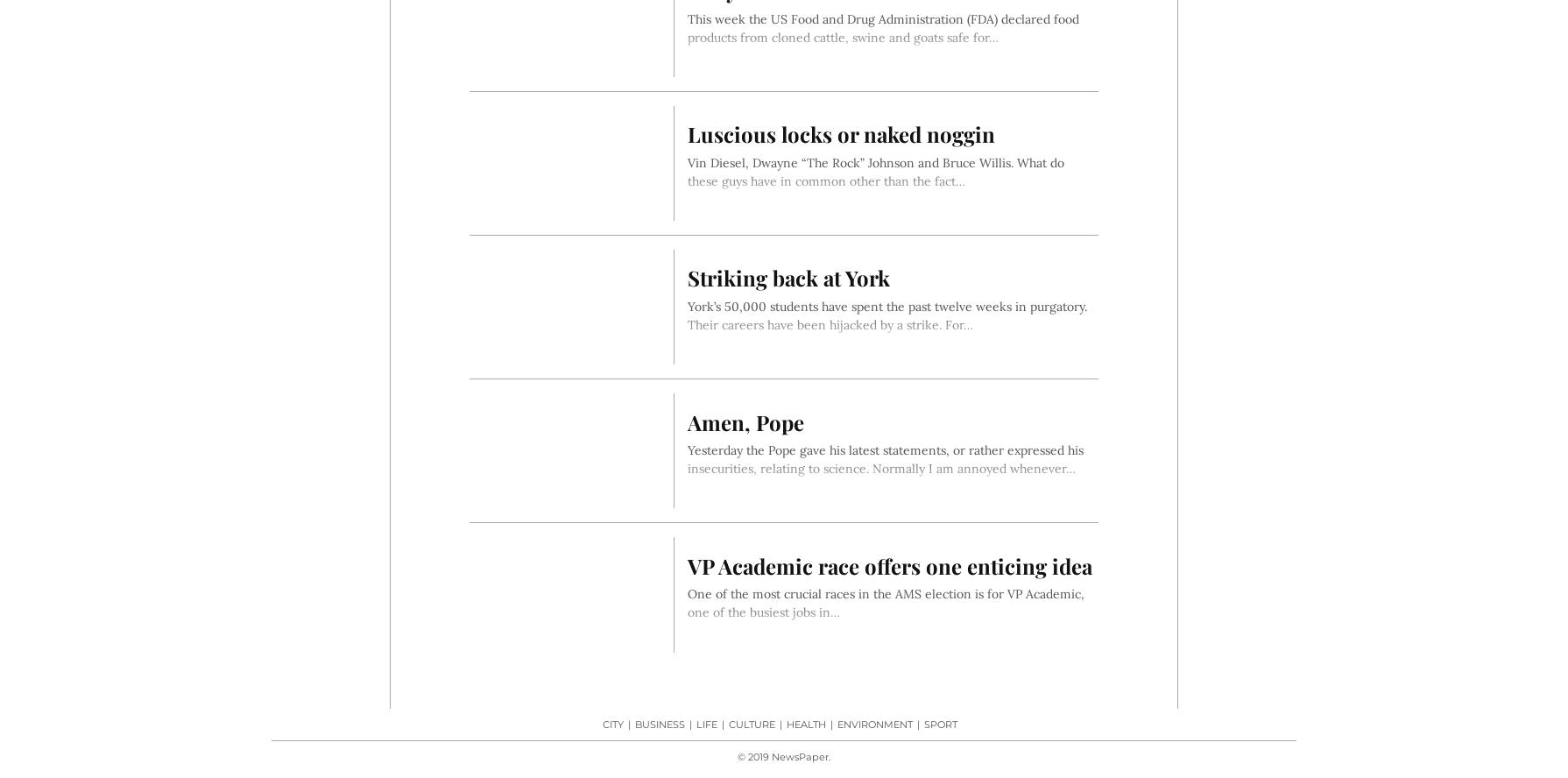 The height and width of the screenshot is (778, 1568). What do you see at coordinates (886, 603) in the screenshot?
I see `'One of the most crucial races in the AMS election is for VP Academic, one of the busiest jobs in…'` at bounding box center [886, 603].